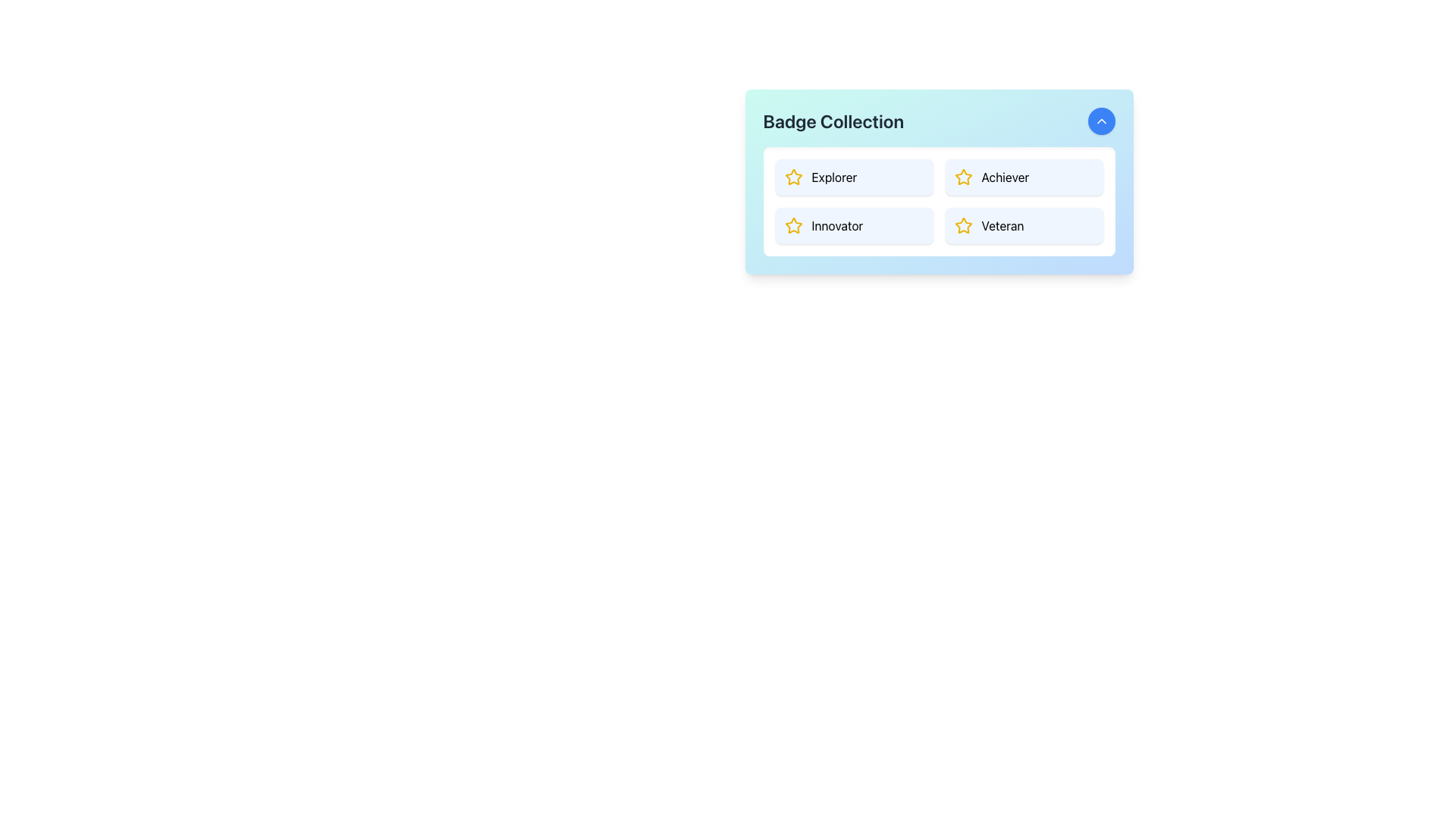 The image size is (1456, 819). What do you see at coordinates (836, 225) in the screenshot?
I see `the 'Innovator' badge label in the Badge Collection section, which is the first item in the second row of a two-column grid` at bounding box center [836, 225].